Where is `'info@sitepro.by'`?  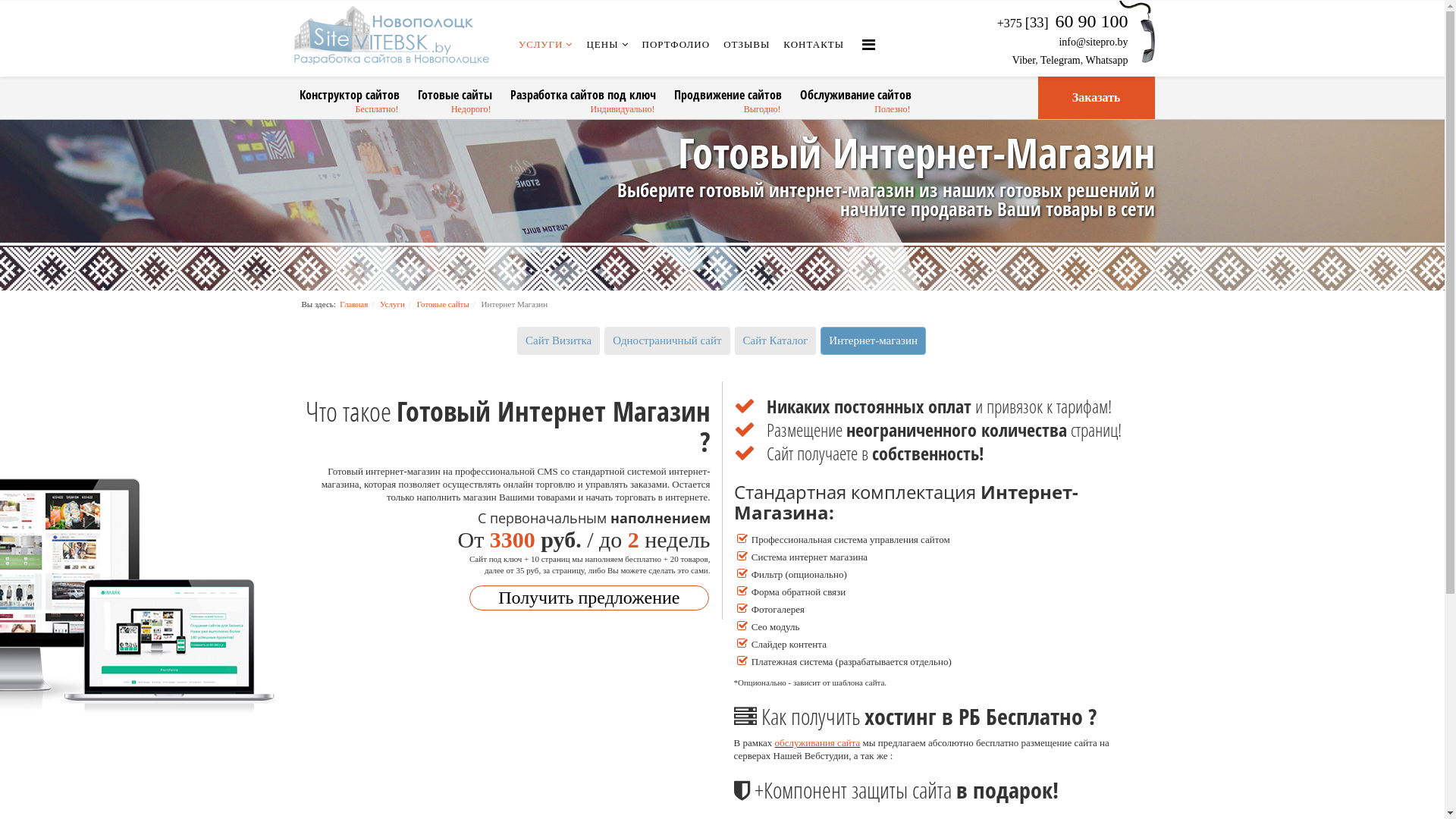 'info@sitepro.by' is located at coordinates (1093, 41).